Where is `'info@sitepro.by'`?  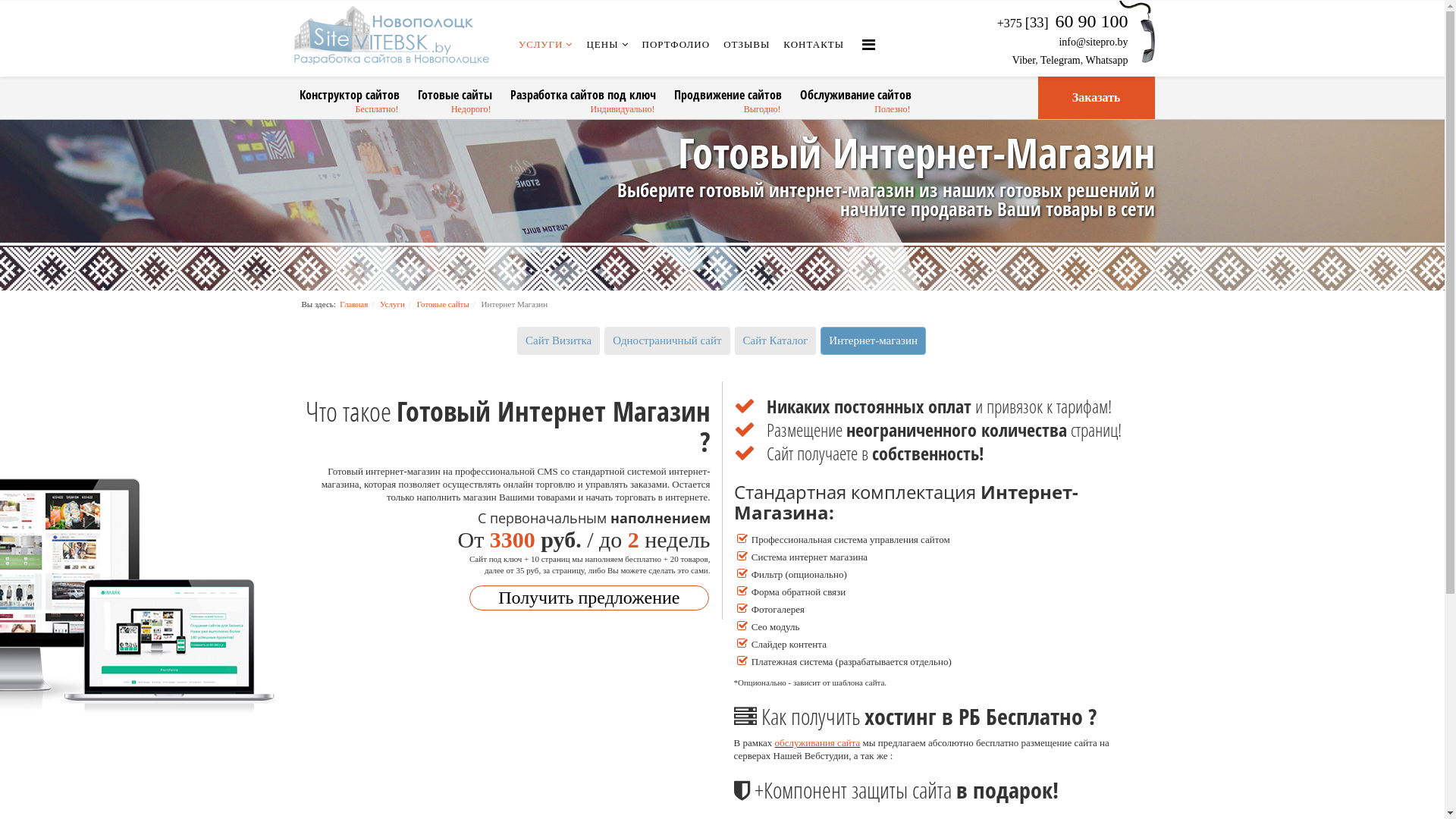 'info@sitepro.by' is located at coordinates (1093, 41).